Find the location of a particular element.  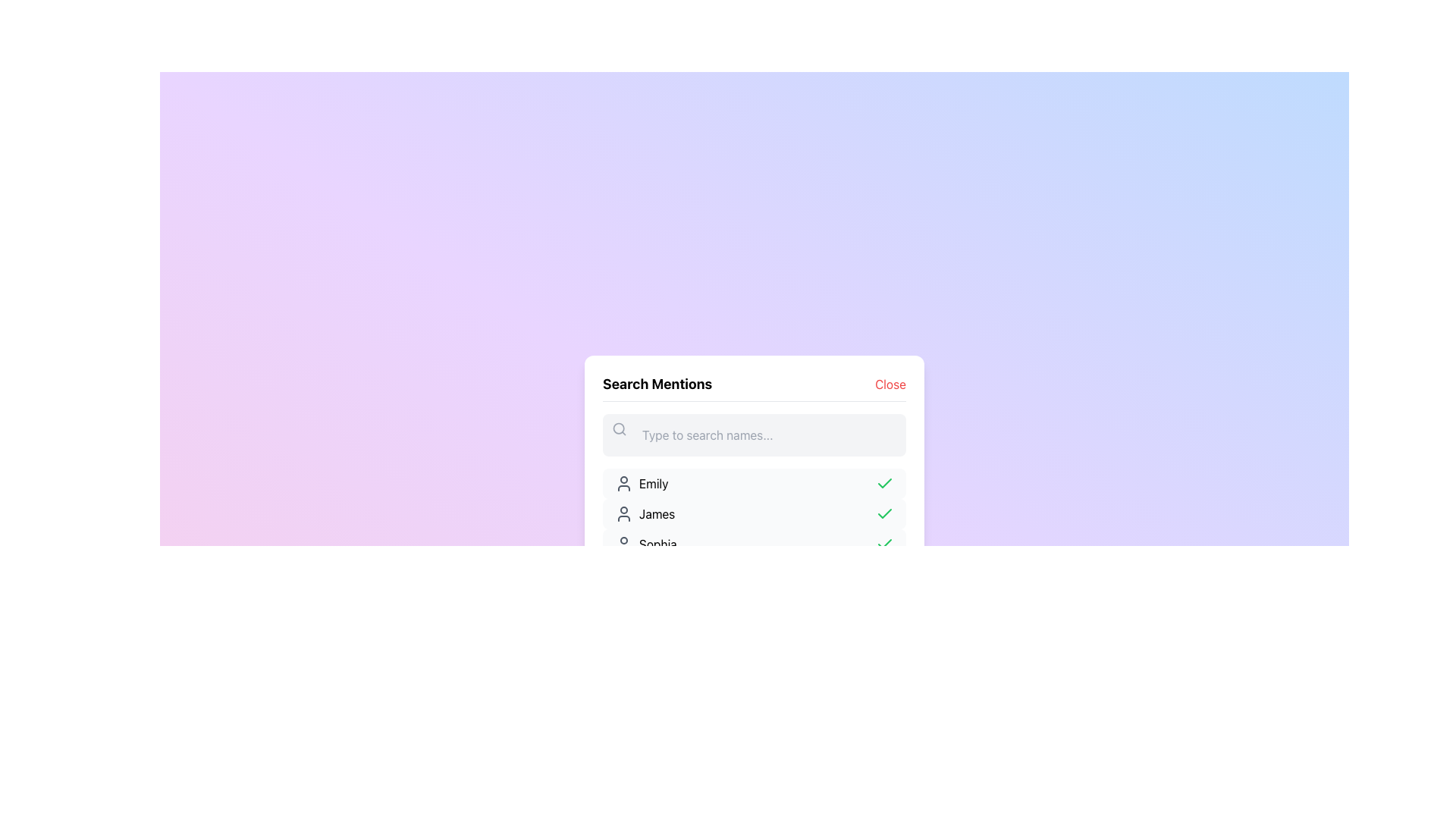

the green checkmark icon adjacent to 'Sophia' in the 'Search Mentions' list is located at coordinates (884, 543).